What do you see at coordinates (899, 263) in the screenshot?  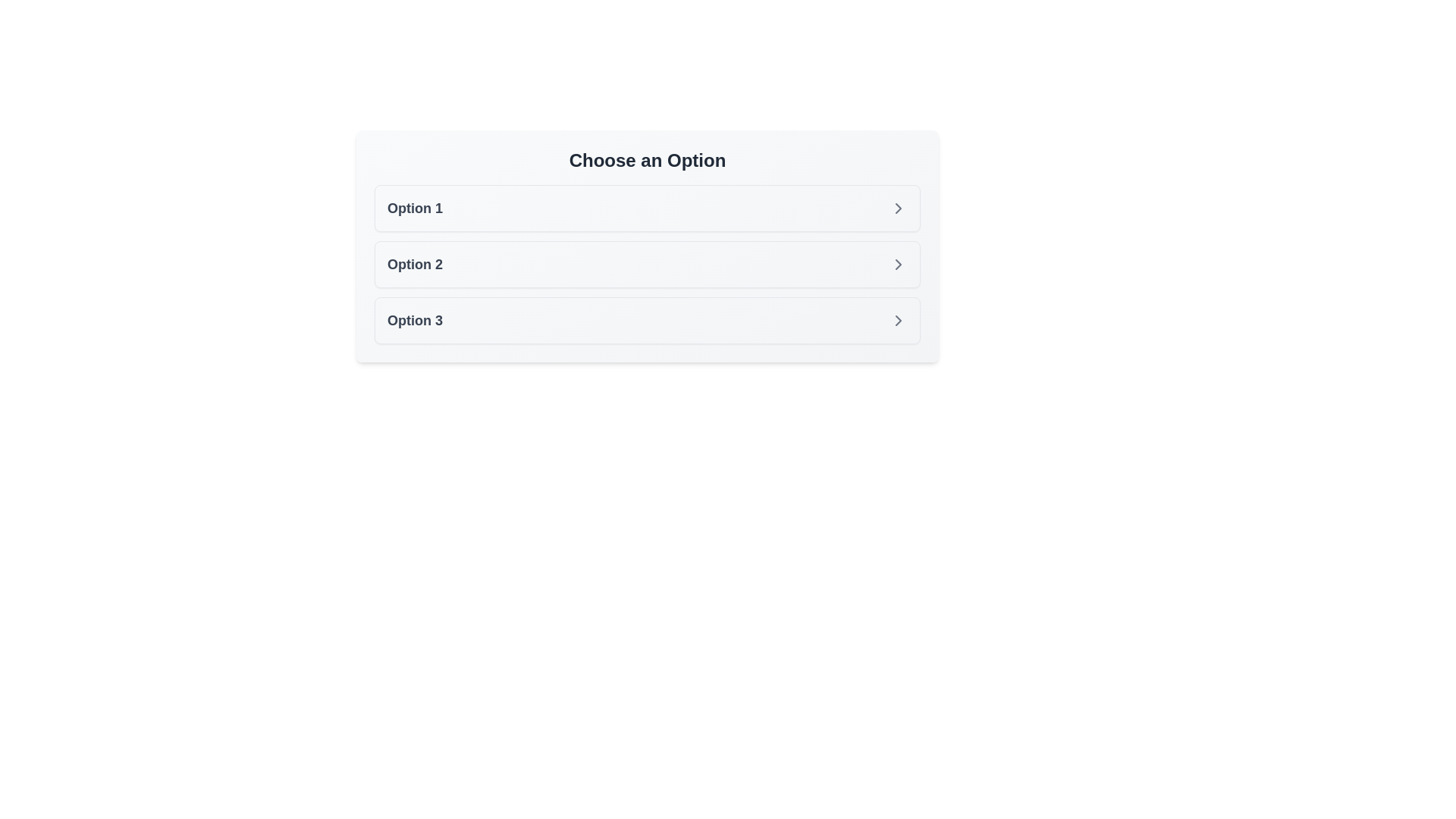 I see `the chevron icon located to the far right of the 'Option 2' selection row in the menu` at bounding box center [899, 263].